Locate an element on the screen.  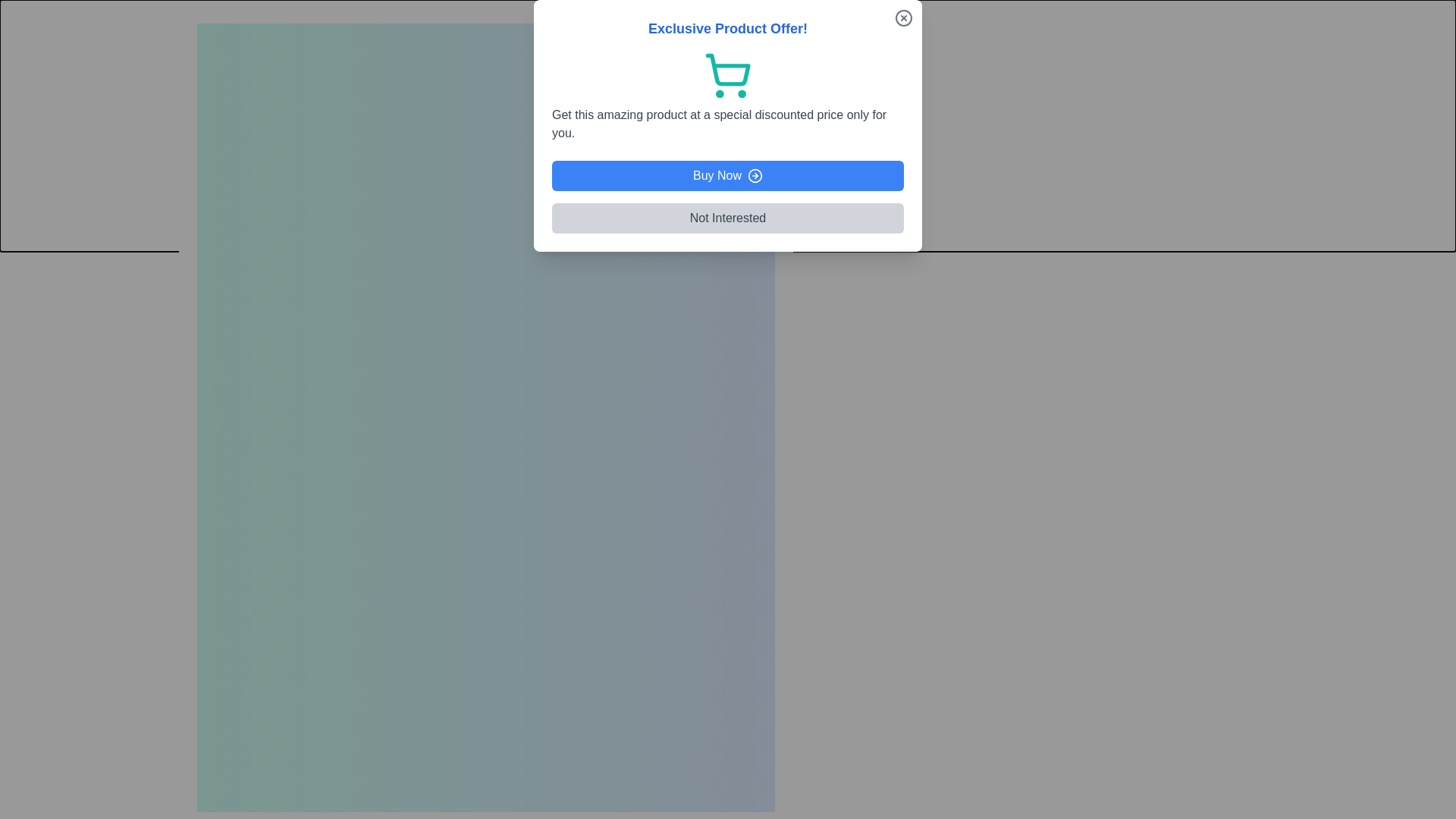
the close button in the top-right corner of the dialog is located at coordinates (792, 5).